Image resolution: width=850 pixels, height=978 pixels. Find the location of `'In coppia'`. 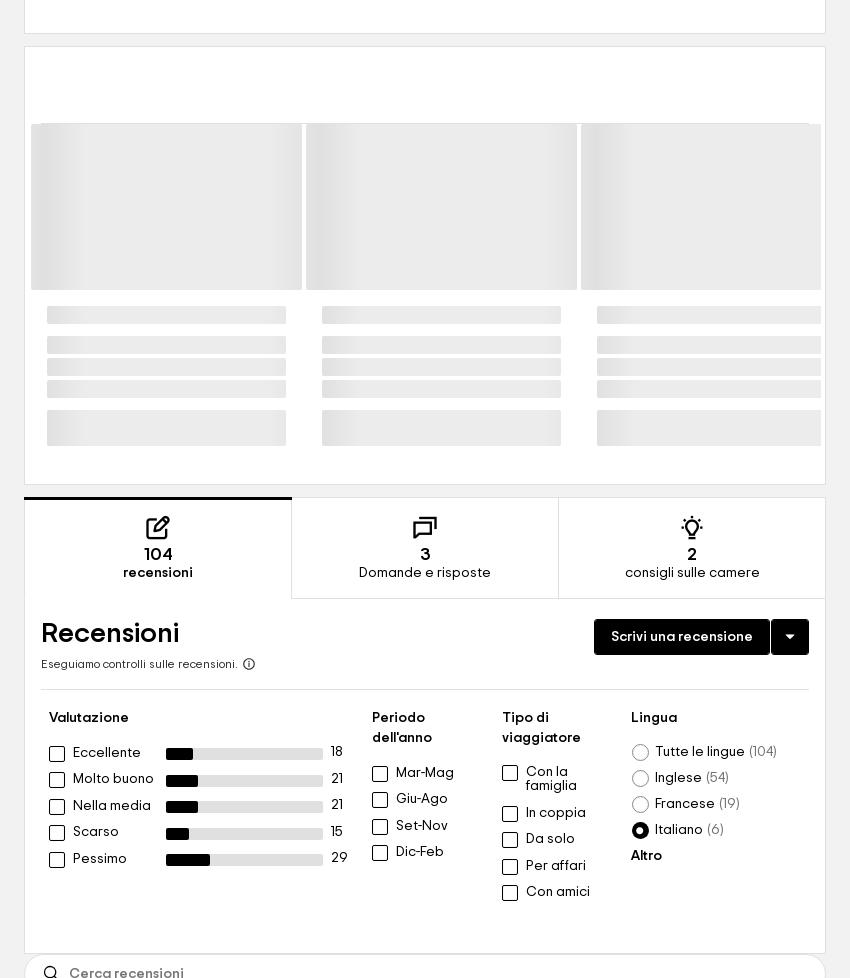

'In coppia' is located at coordinates (554, 811).